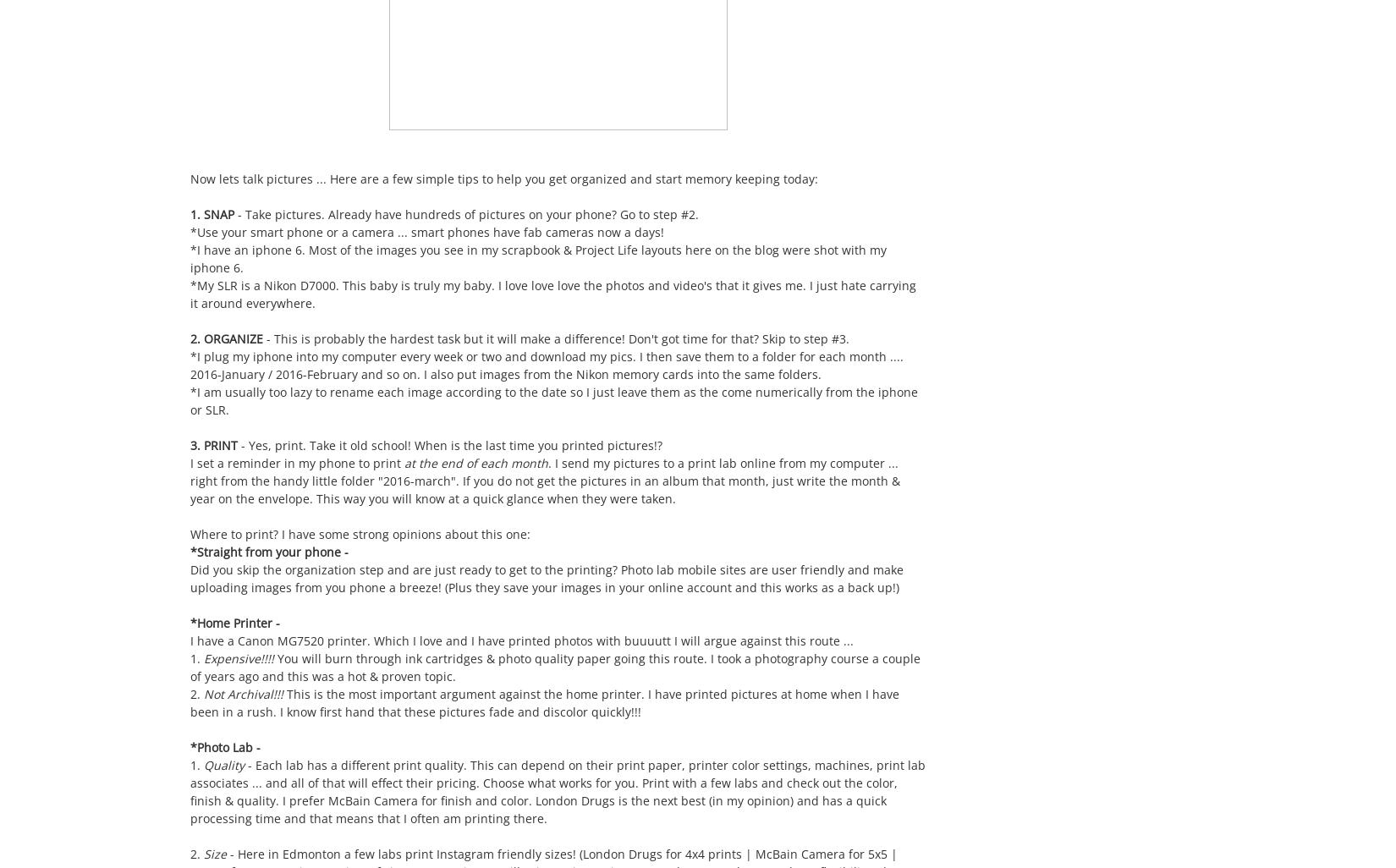  Describe the element at coordinates (223, 764) in the screenshot. I see `'Quality'` at that location.